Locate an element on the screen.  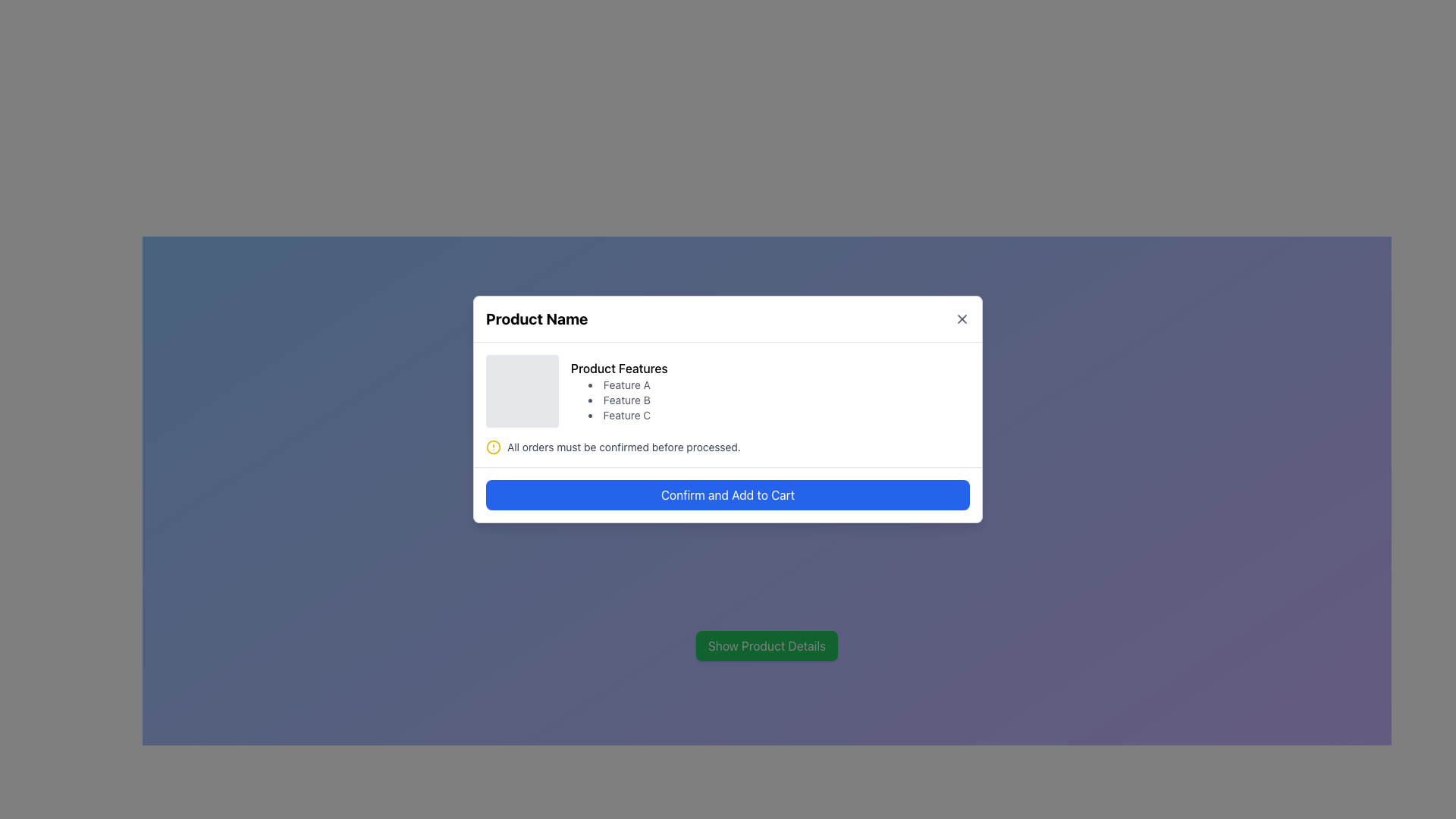
text label that serves as a heading for the product features, located centrally within the modal dialog box is located at coordinates (619, 369).